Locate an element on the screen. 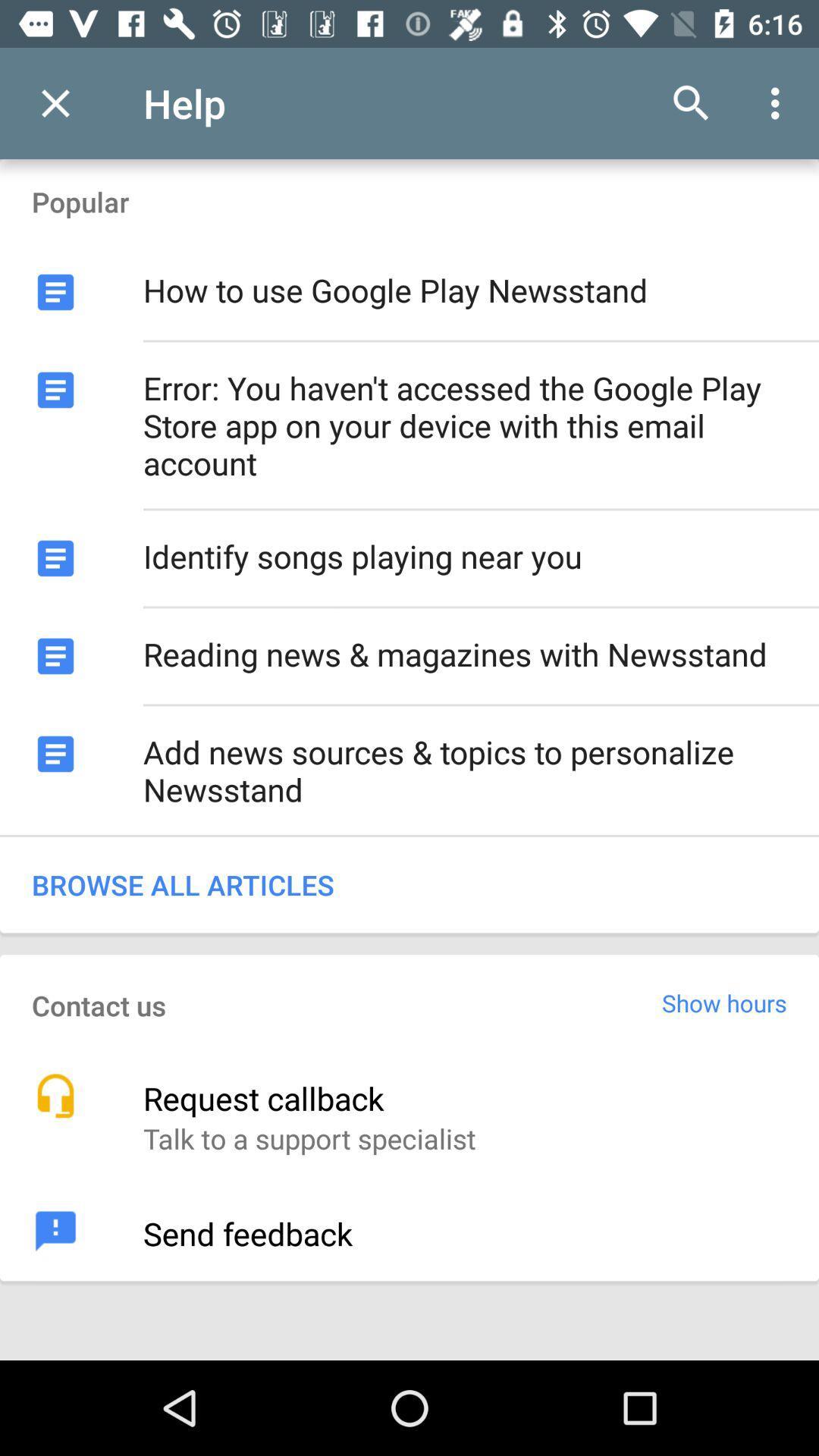 The image size is (819, 1456). the icon below browse all articles icon is located at coordinates (723, 1003).